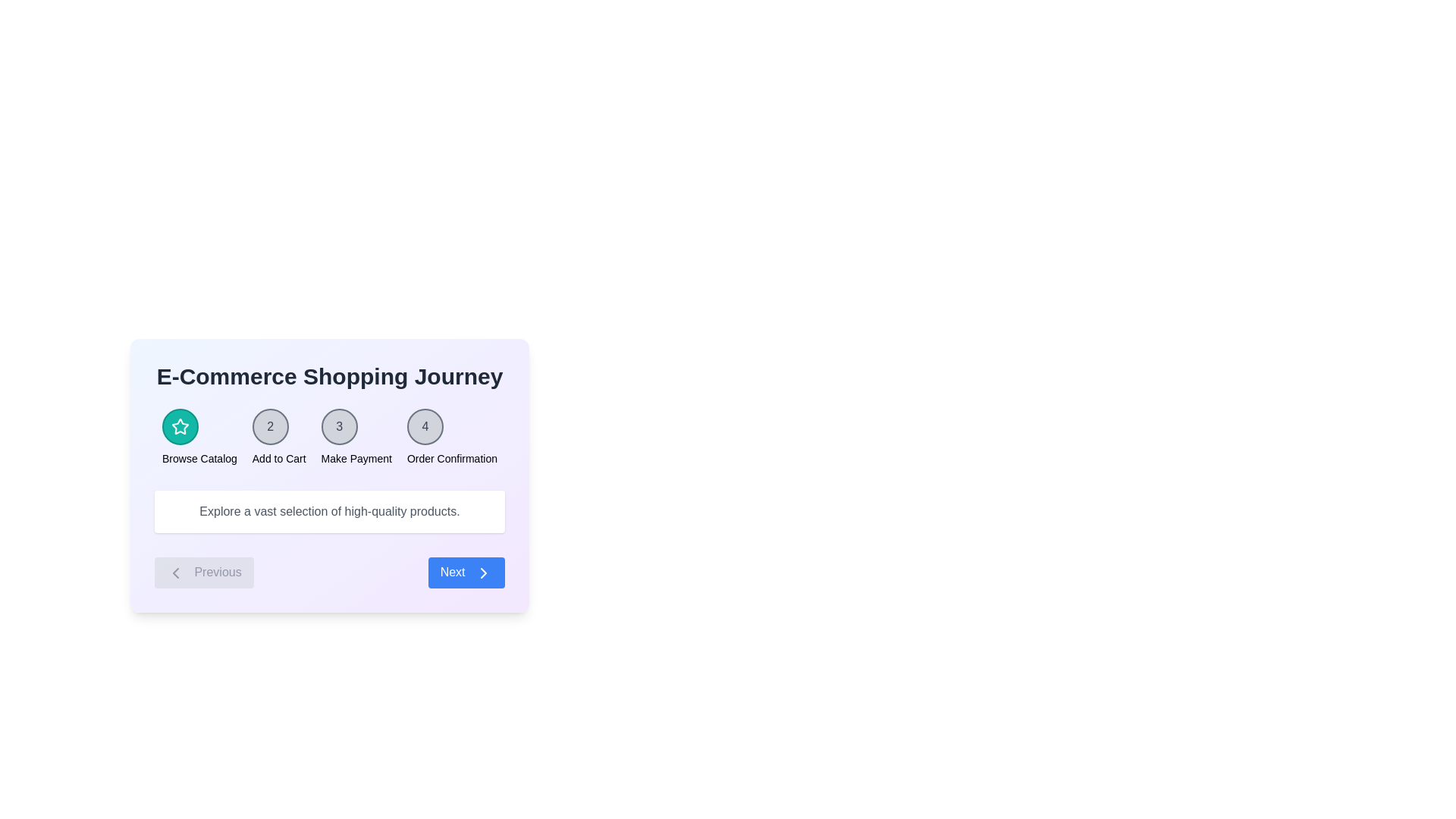 The image size is (1456, 819). I want to click on the text content of the Text and Icon Indicator that shows the number '3' and the text 'Make Payment', so click(356, 438).